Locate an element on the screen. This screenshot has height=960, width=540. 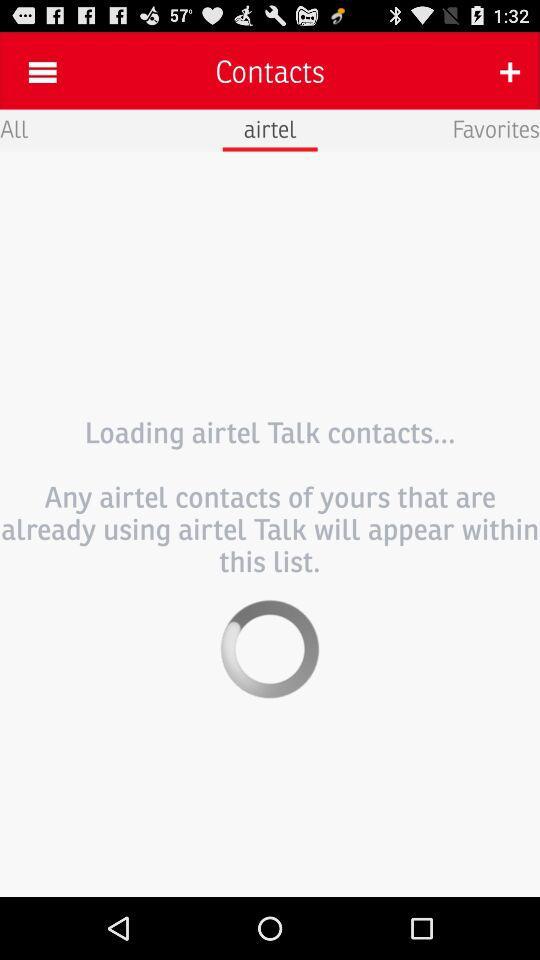
the item to the left of the airtel item is located at coordinates (13, 127).